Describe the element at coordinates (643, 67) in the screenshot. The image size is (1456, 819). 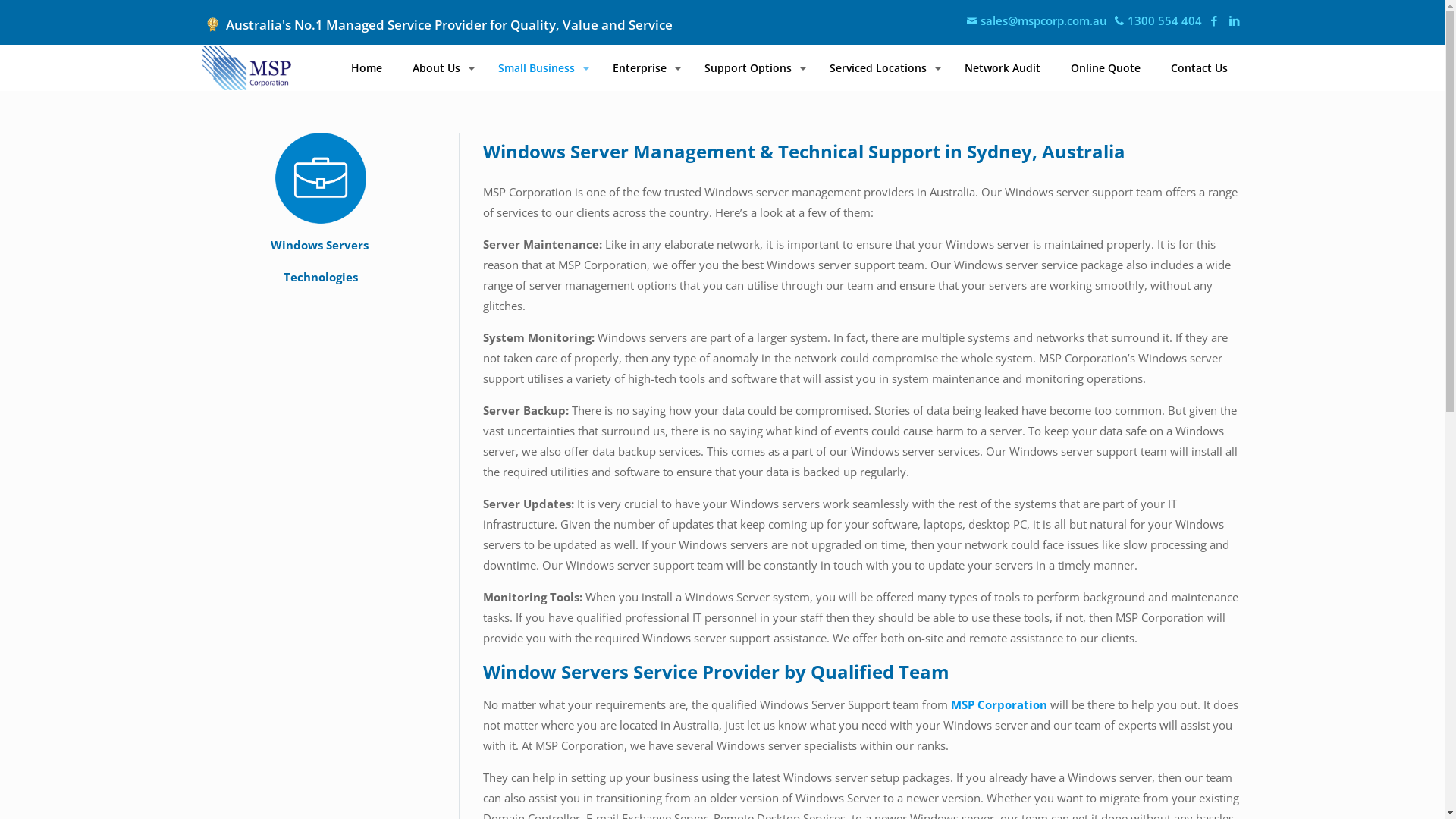
I see `'Enterprise'` at that location.